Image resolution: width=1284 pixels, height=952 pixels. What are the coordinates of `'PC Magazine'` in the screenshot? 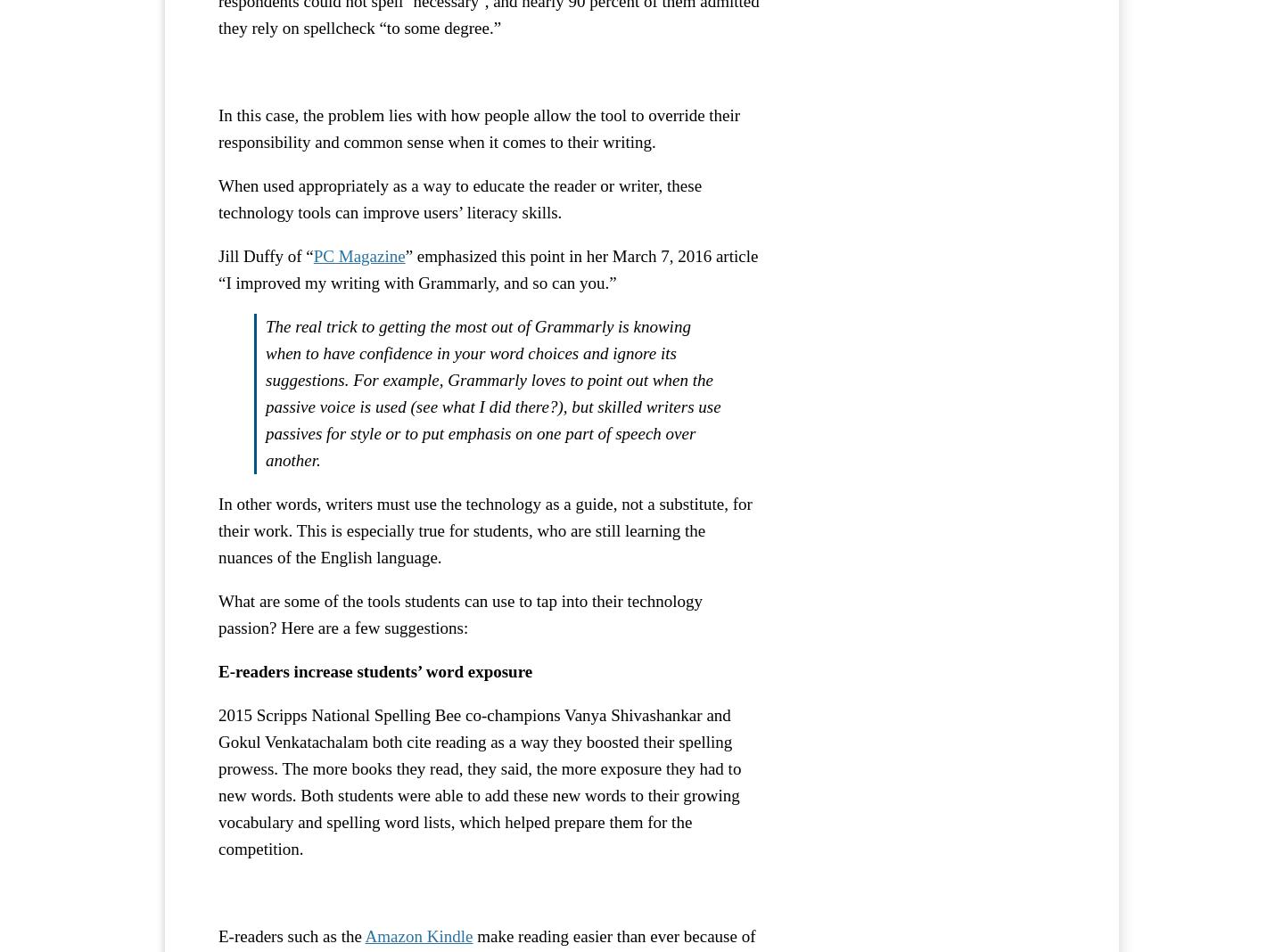 It's located at (358, 254).